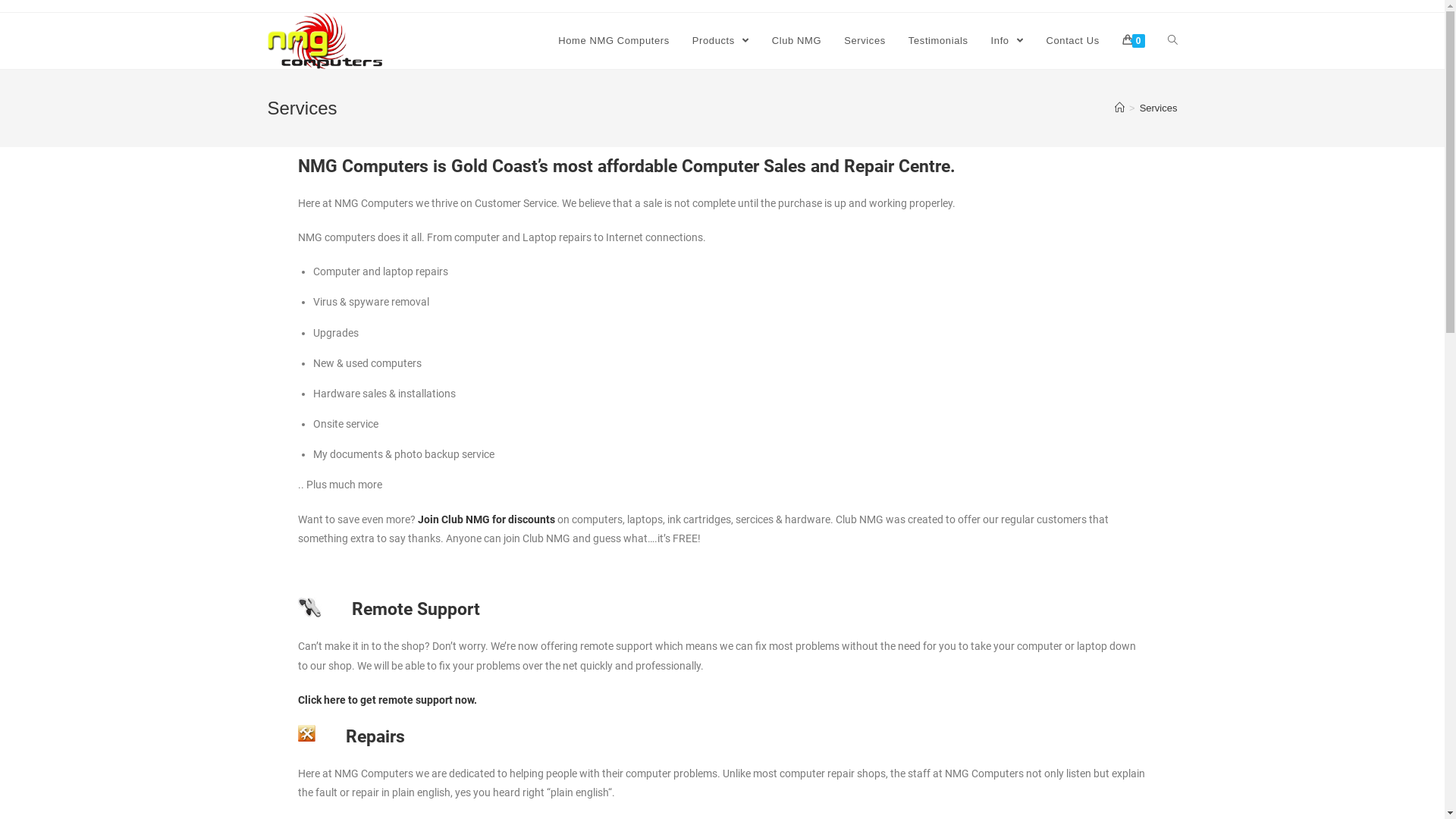  Describe the element at coordinates (937, 40) in the screenshot. I see `'Testimonials'` at that location.